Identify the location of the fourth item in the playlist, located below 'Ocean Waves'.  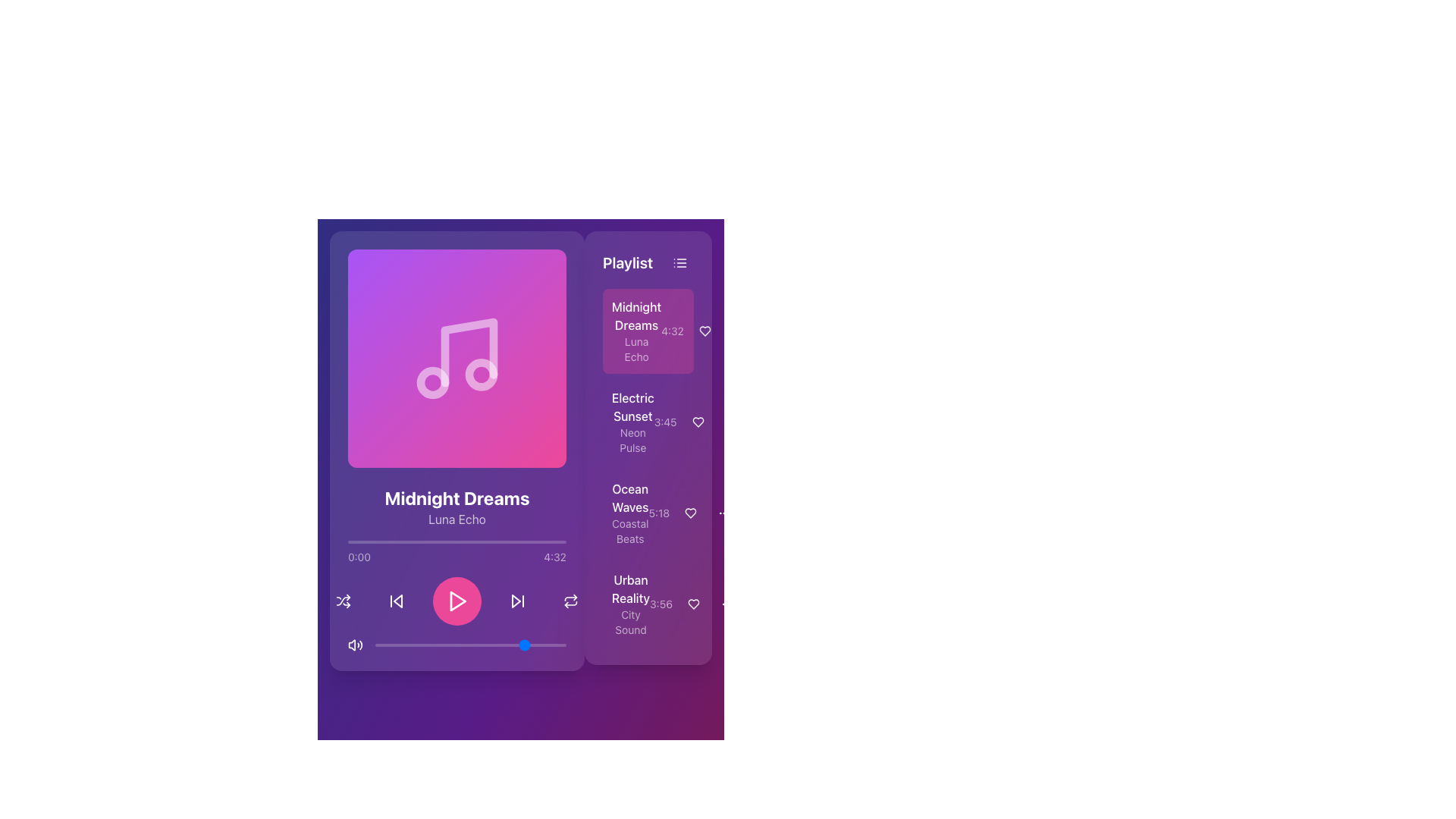
(648, 604).